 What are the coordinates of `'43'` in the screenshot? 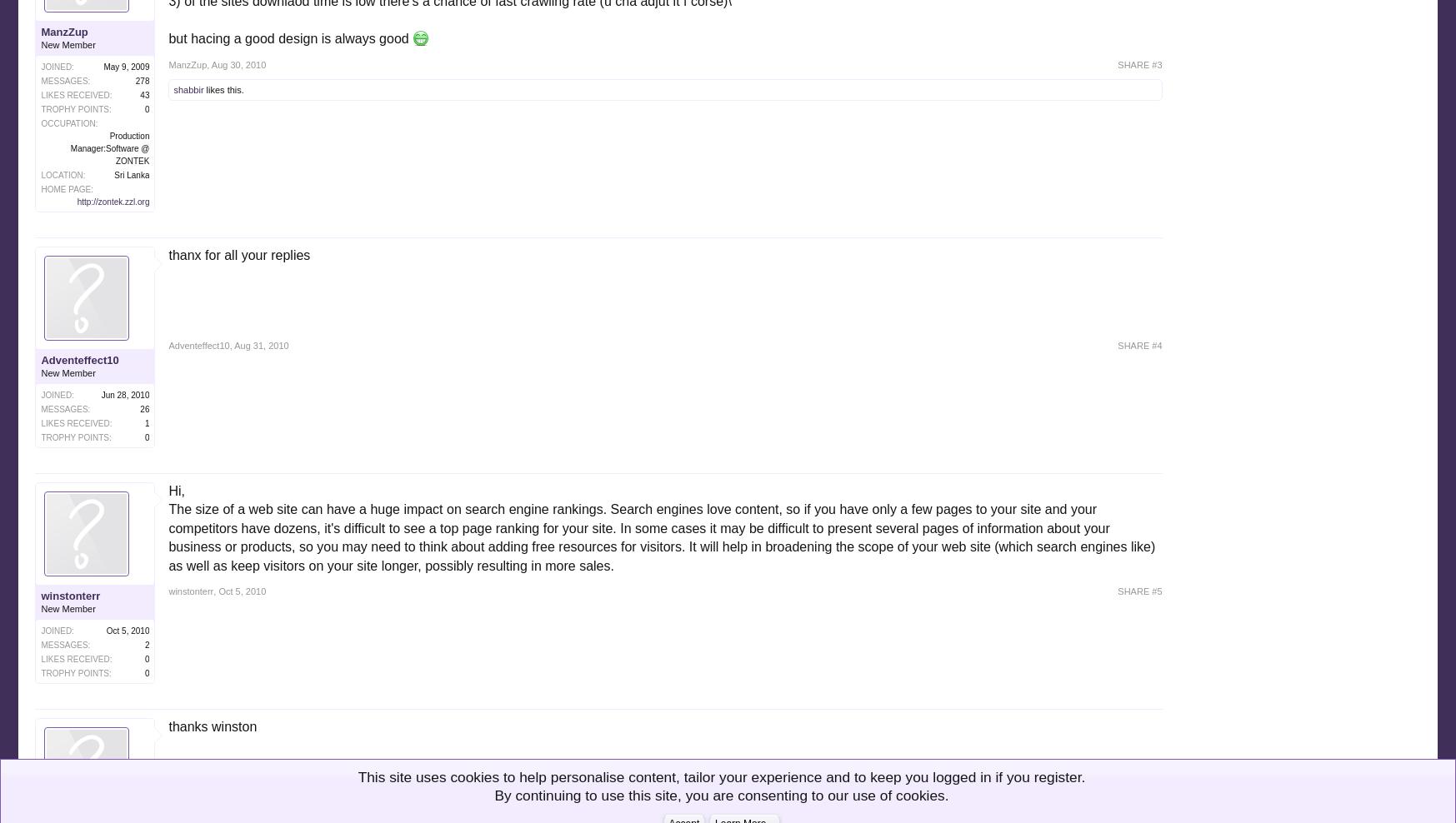 It's located at (139, 94).